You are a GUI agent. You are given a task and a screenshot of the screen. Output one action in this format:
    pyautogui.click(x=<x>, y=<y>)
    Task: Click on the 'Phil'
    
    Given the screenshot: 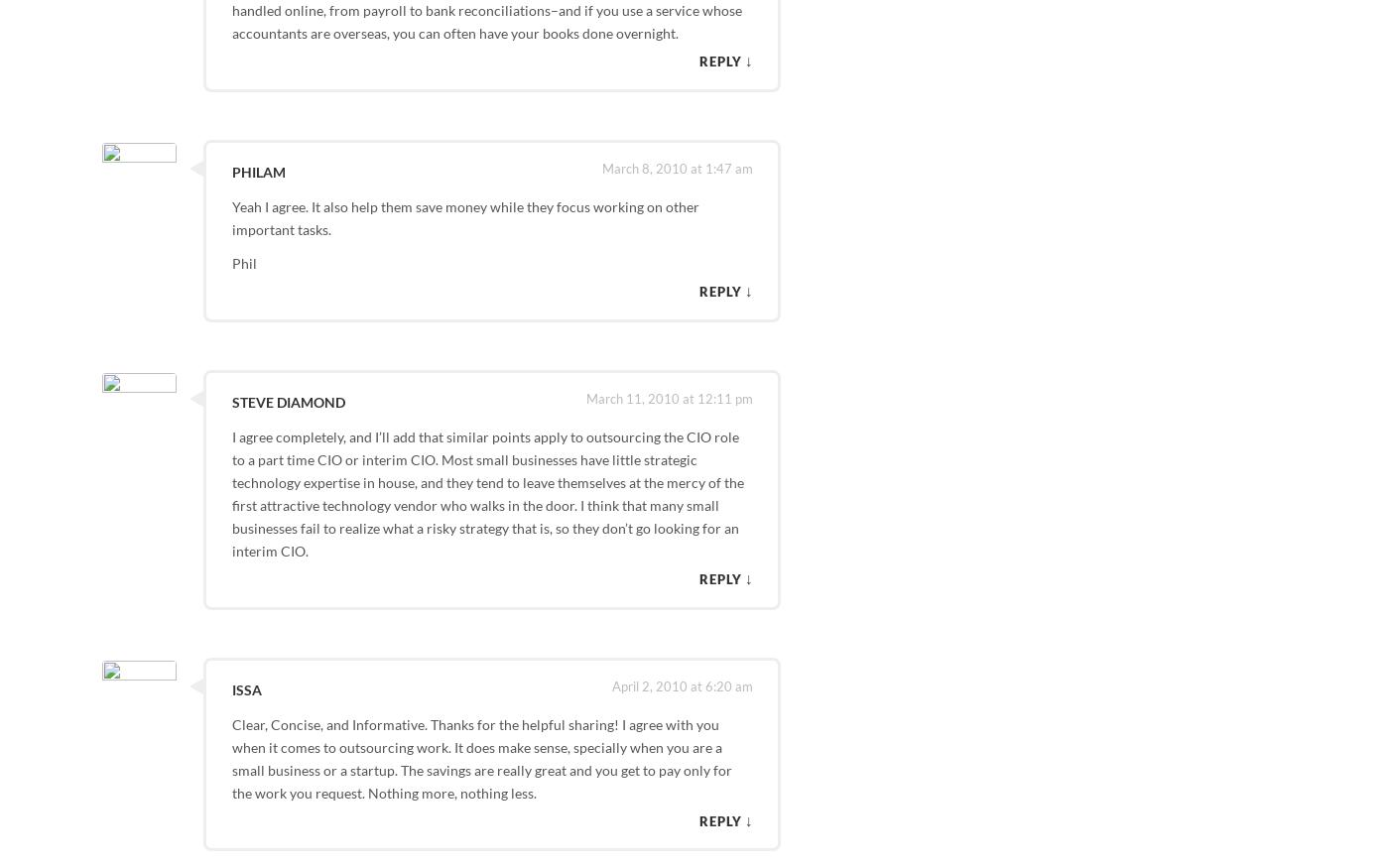 What is the action you would take?
    pyautogui.click(x=242, y=262)
    